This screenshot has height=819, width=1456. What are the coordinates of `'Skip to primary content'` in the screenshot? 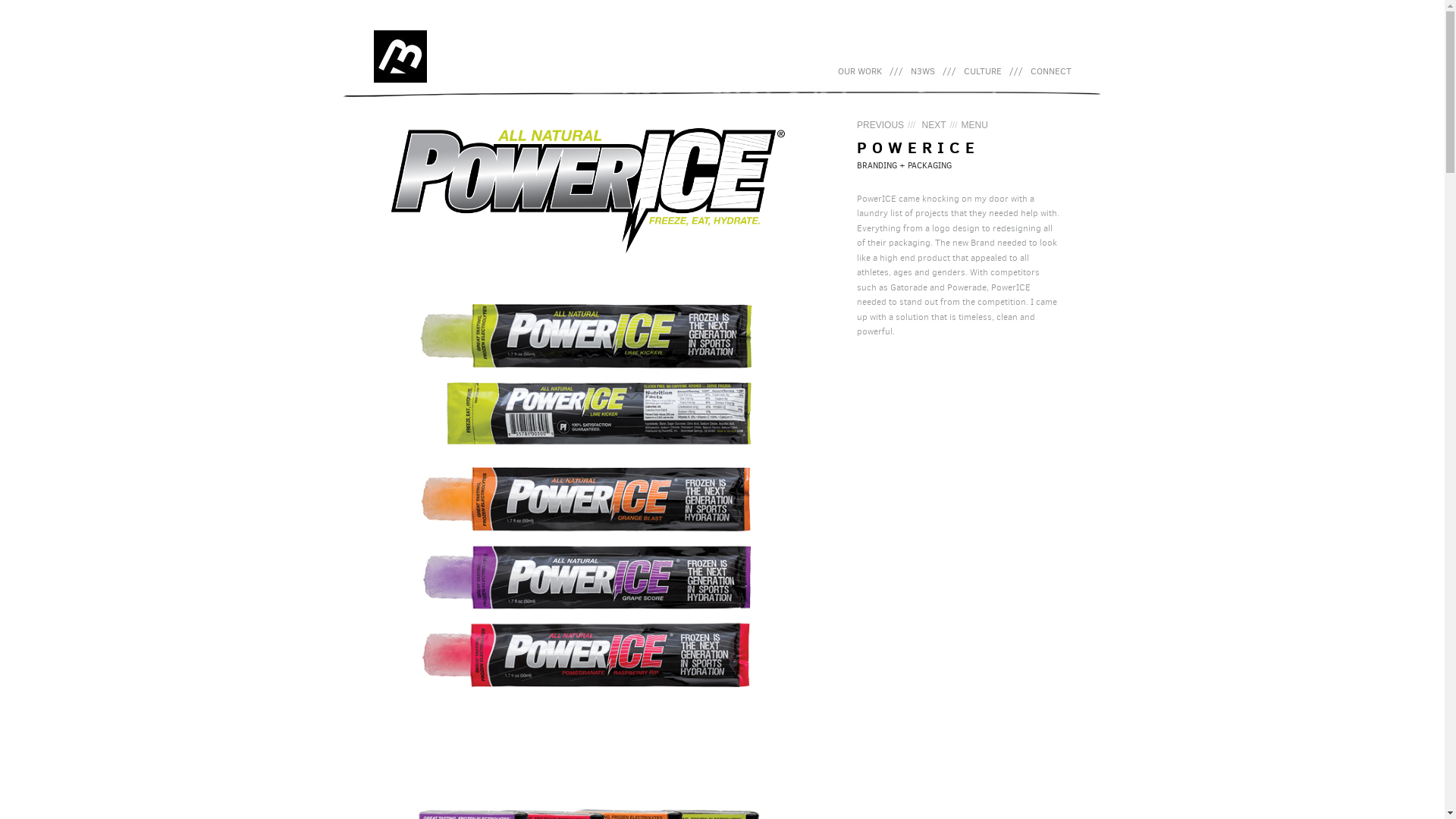 It's located at (893, 72).